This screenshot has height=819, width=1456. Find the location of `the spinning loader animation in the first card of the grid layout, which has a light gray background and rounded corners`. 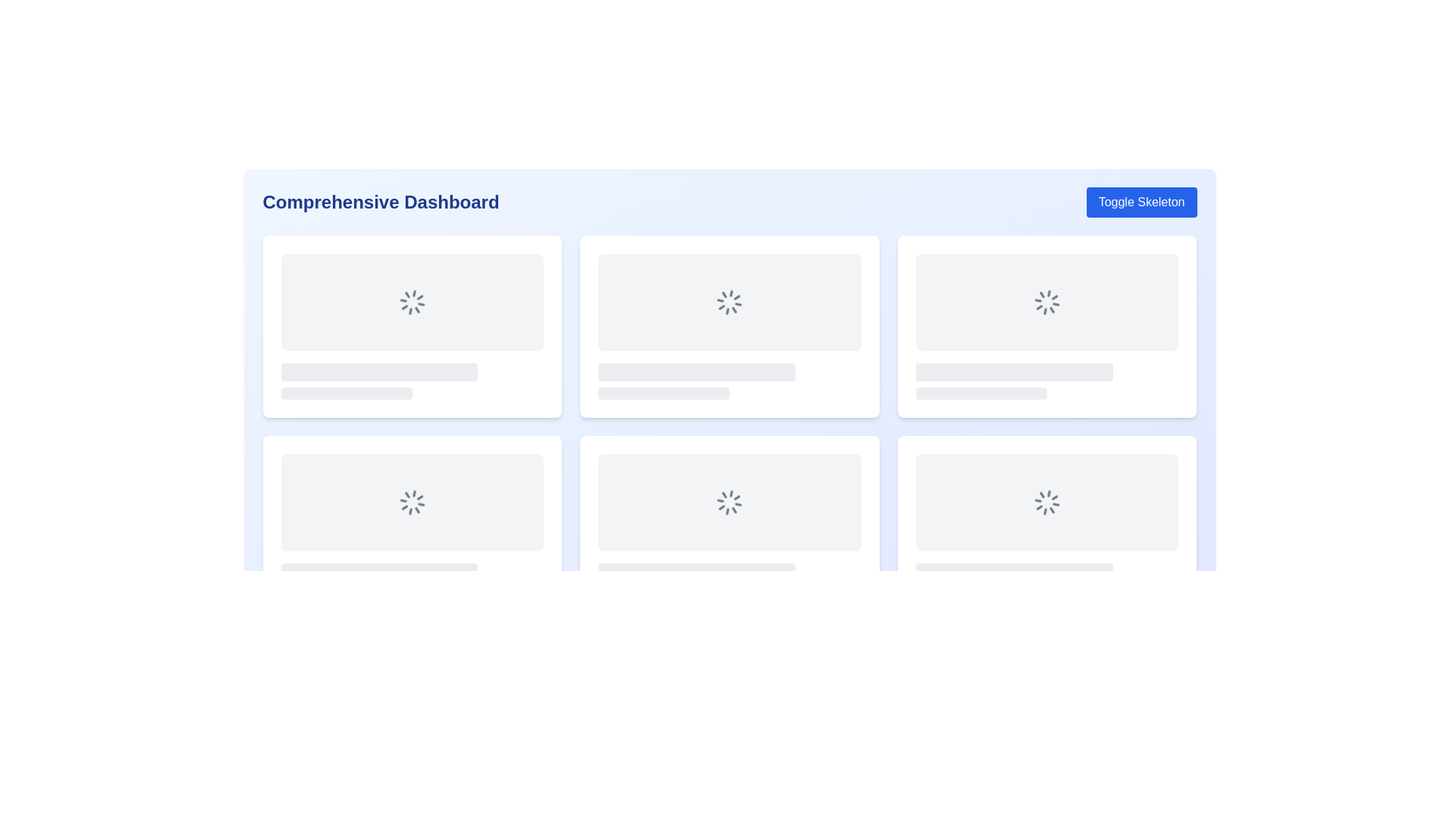

the spinning loader animation in the first card of the grid layout, which has a light gray background and rounded corners is located at coordinates (412, 302).